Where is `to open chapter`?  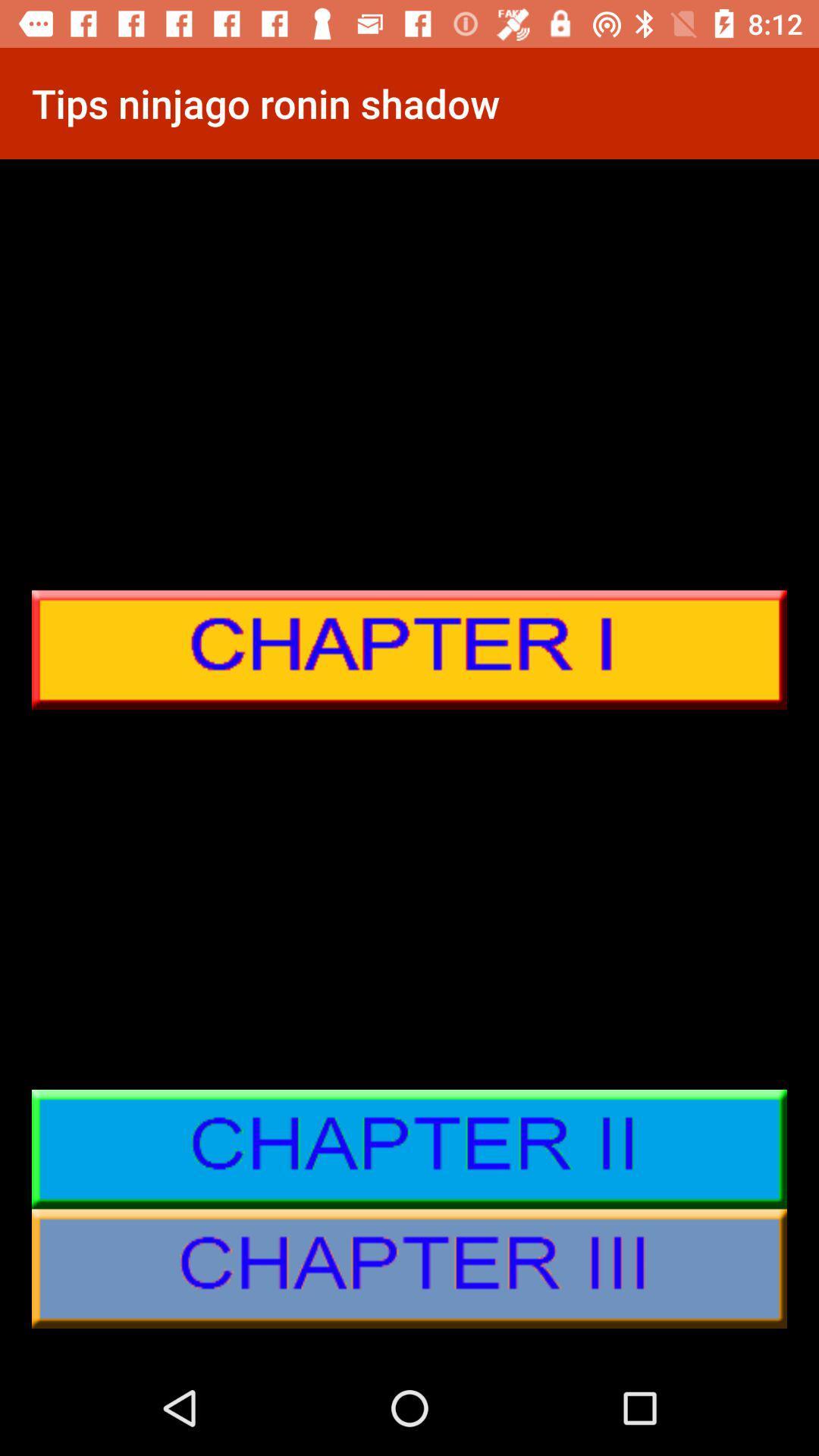 to open chapter is located at coordinates (409, 650).